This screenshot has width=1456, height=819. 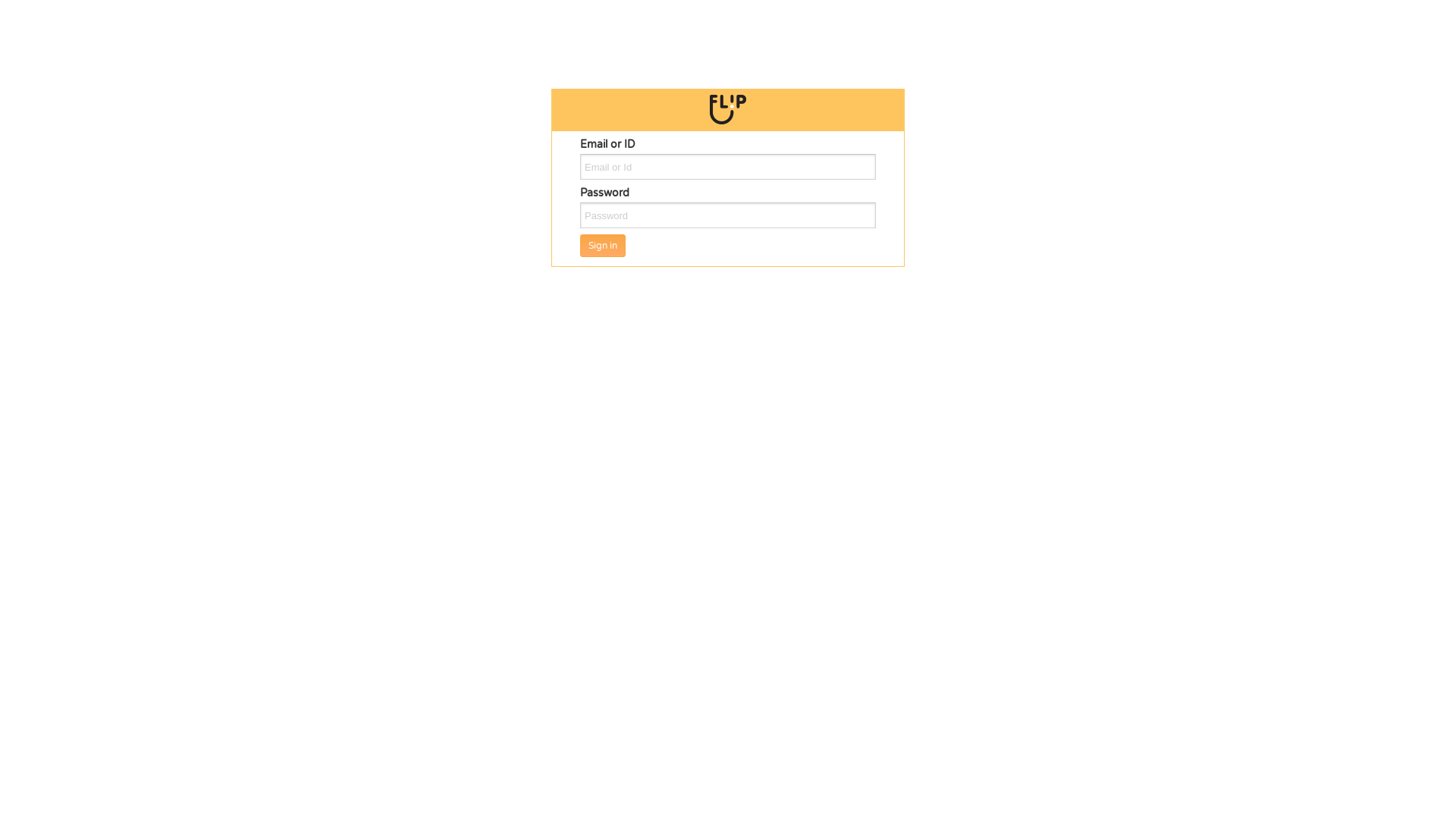 What do you see at coordinates (602, 245) in the screenshot?
I see `'Sign in'` at bounding box center [602, 245].